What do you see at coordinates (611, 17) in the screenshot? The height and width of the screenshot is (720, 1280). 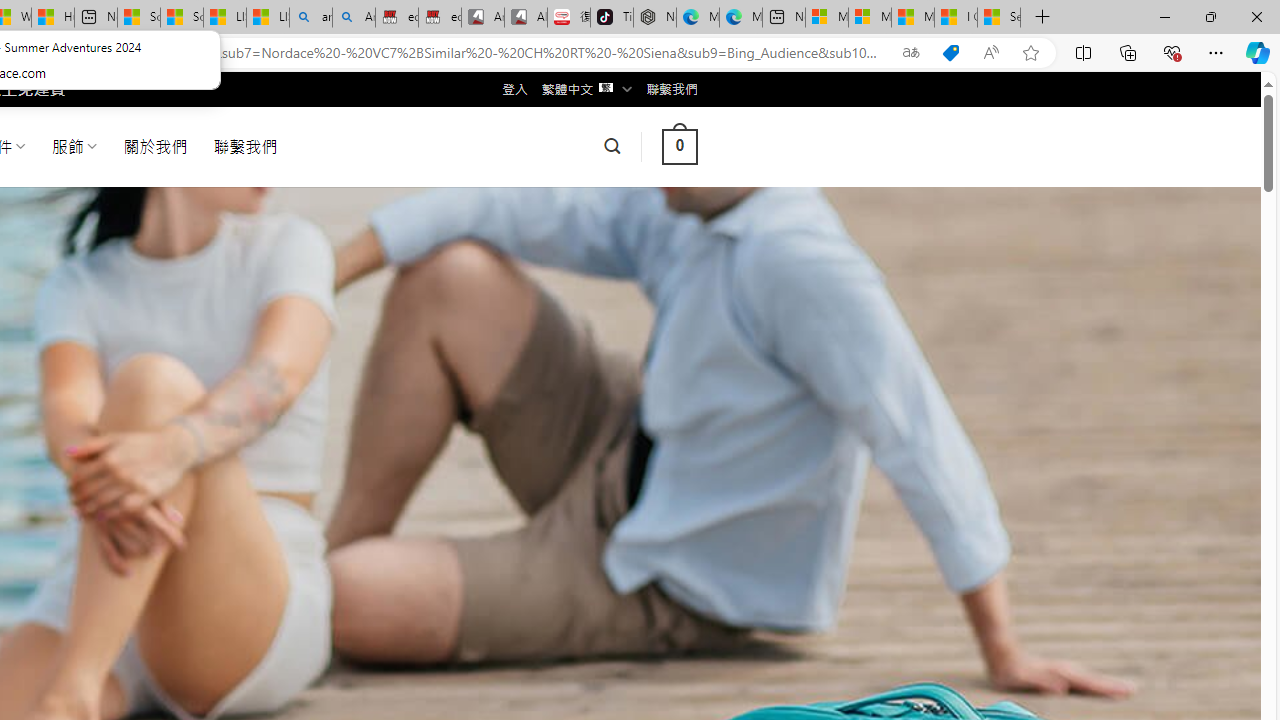 I see `'TikTok'` at bounding box center [611, 17].